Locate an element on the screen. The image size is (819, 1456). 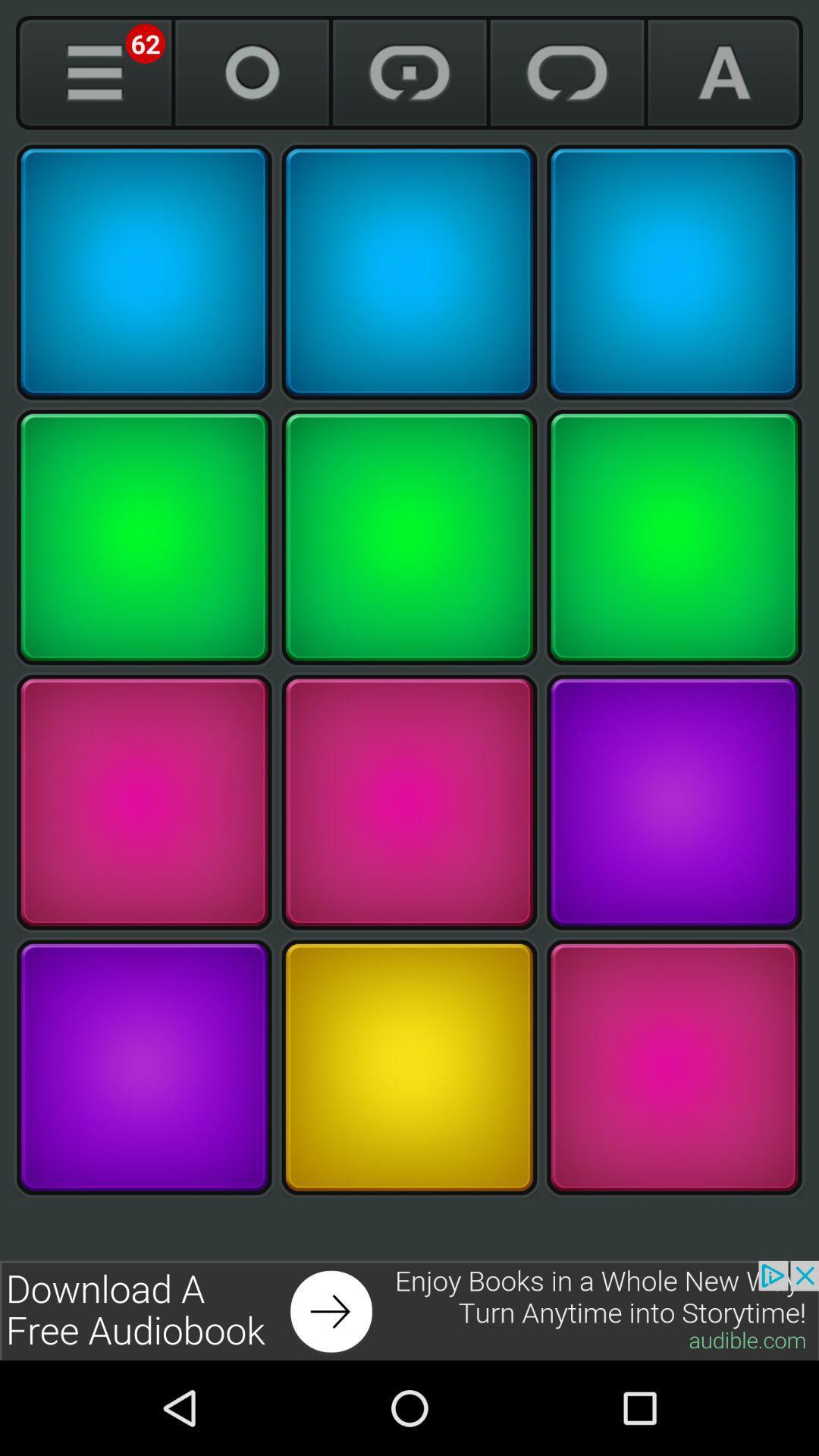
open game options is located at coordinates (94, 72).